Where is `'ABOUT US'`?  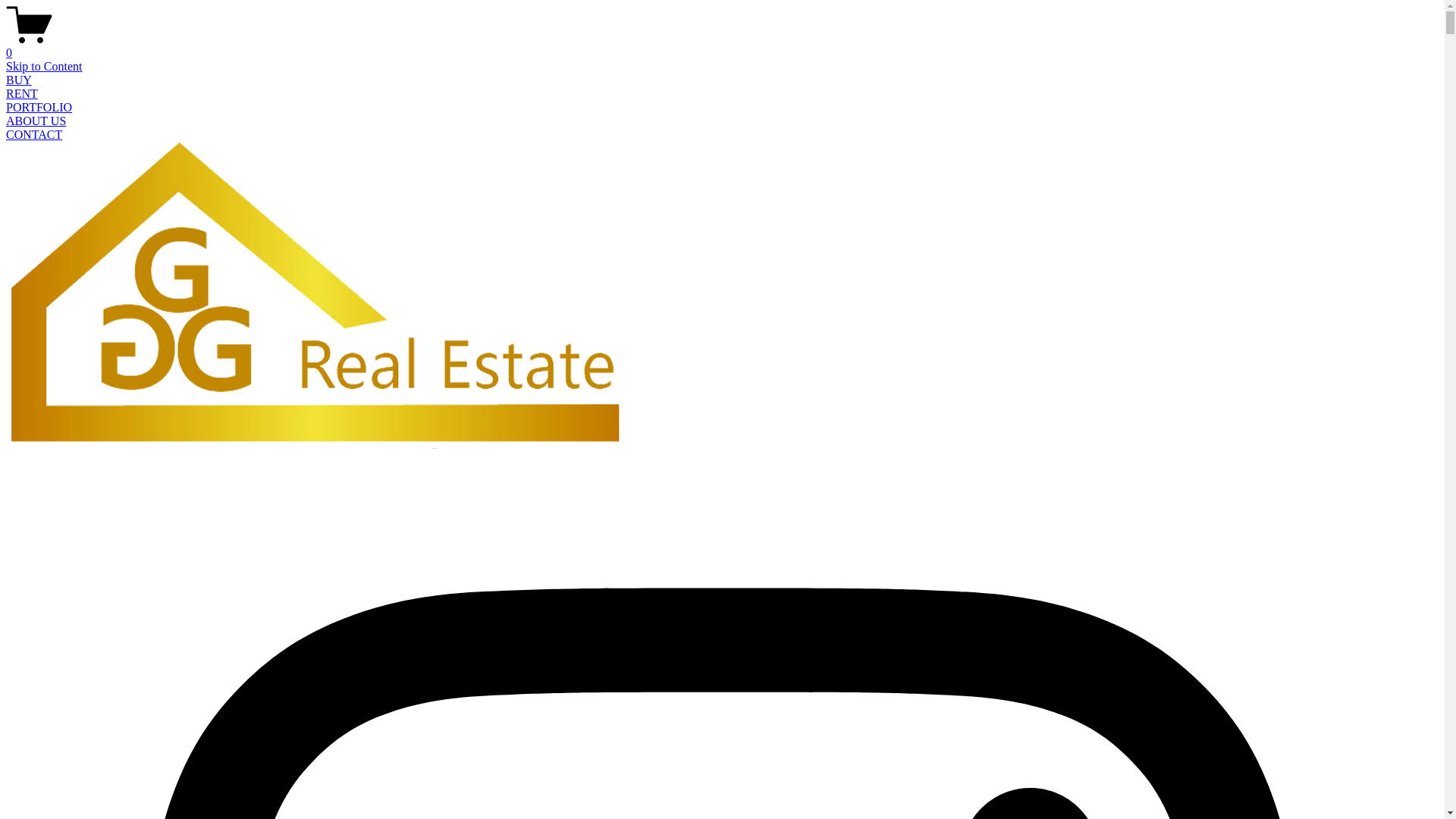
'ABOUT US' is located at coordinates (36, 120).